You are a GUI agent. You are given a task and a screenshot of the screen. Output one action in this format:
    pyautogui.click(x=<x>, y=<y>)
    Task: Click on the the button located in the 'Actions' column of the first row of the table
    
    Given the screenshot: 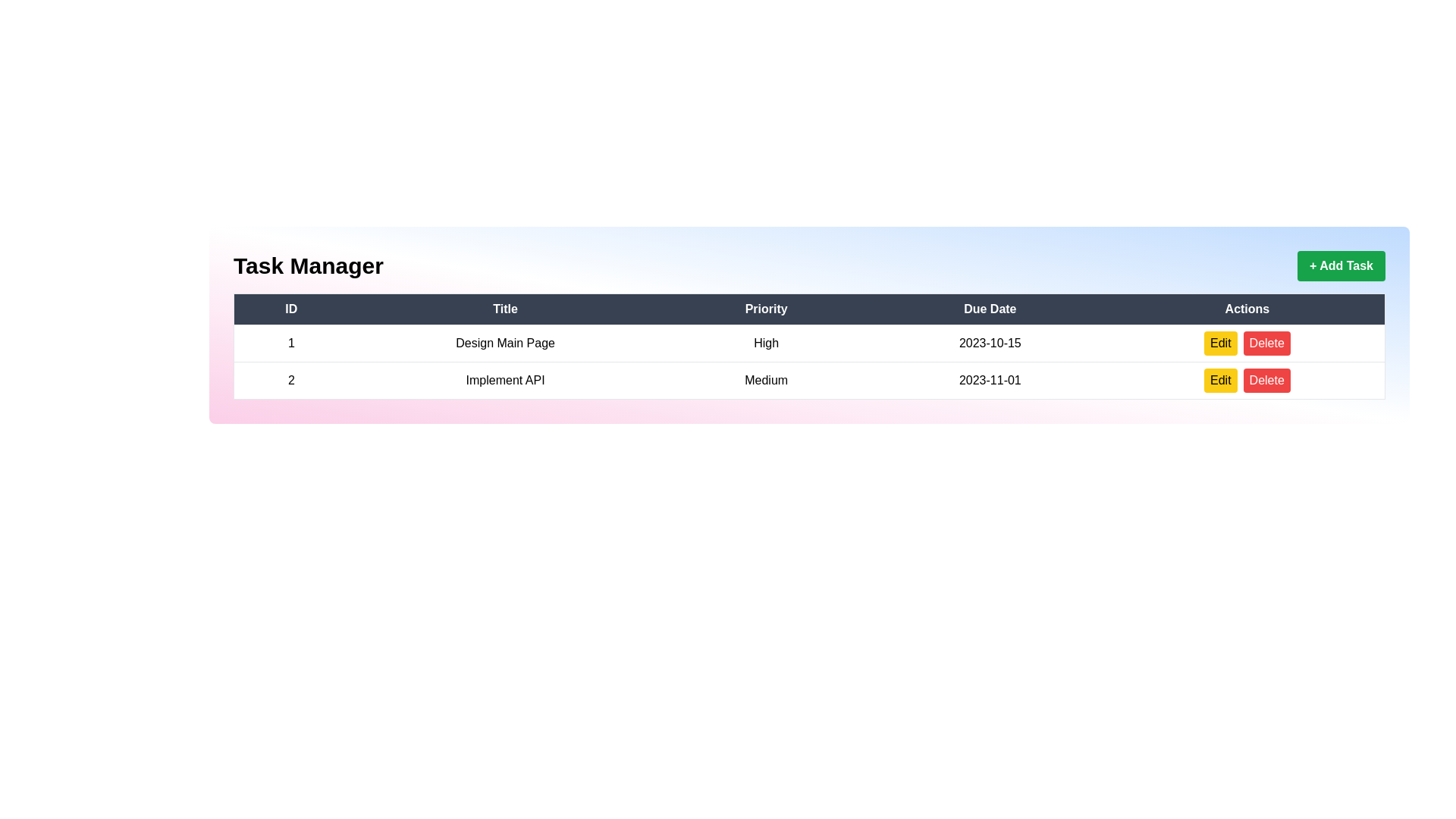 What is the action you would take?
    pyautogui.click(x=1220, y=343)
    